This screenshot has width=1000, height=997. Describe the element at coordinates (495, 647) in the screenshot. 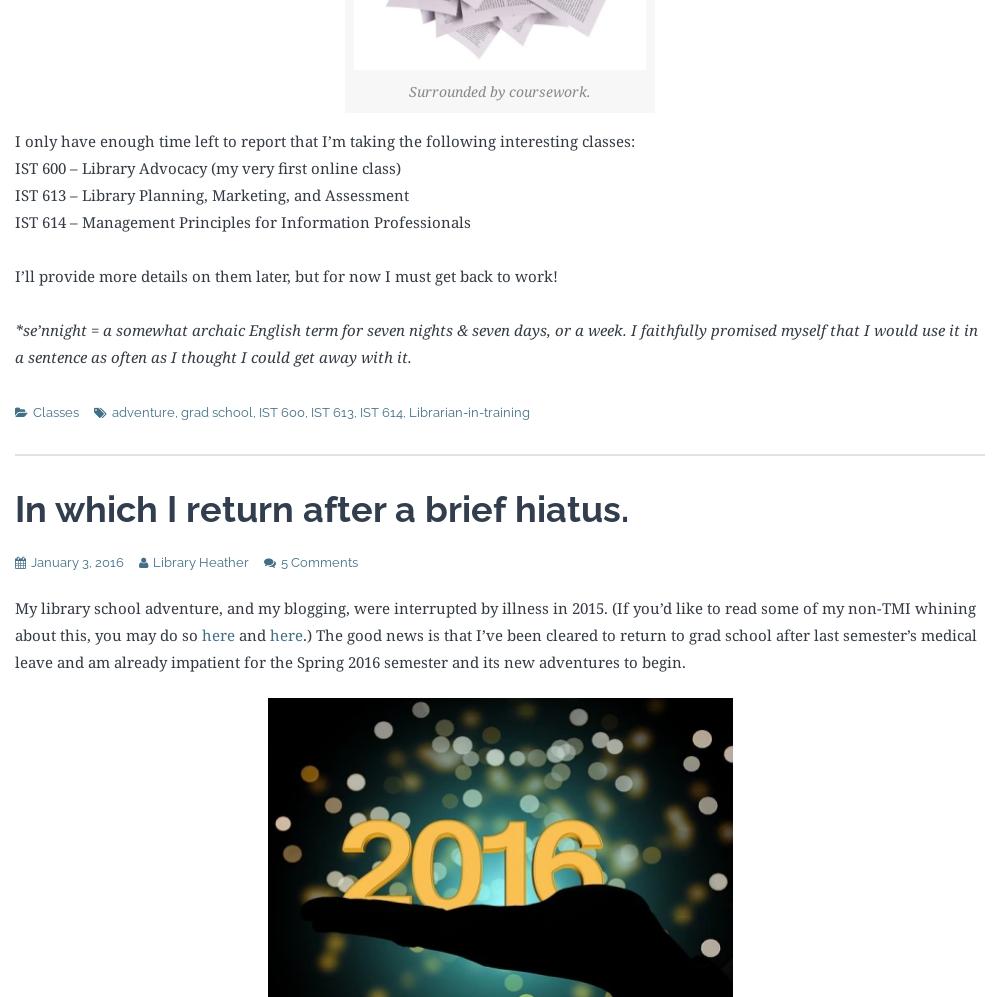

I see `'.) The good news is that I’ve been cleared to return to grad school after last semester’s medical leave and am already impatient for the Spring 2016 semester and its new adventures to begin.'` at that location.